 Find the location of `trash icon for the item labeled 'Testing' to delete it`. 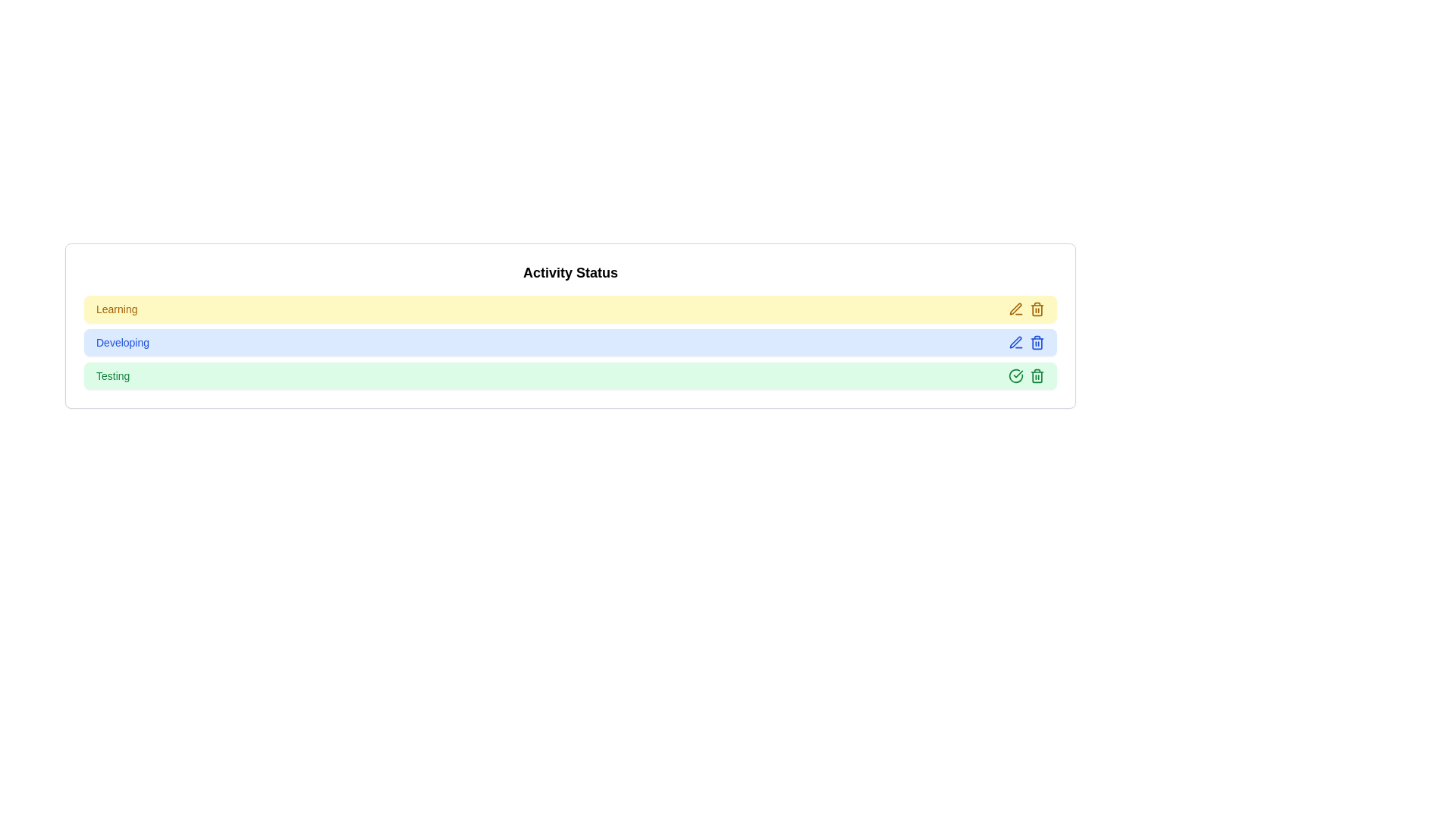

trash icon for the item labeled 'Testing' to delete it is located at coordinates (1037, 375).